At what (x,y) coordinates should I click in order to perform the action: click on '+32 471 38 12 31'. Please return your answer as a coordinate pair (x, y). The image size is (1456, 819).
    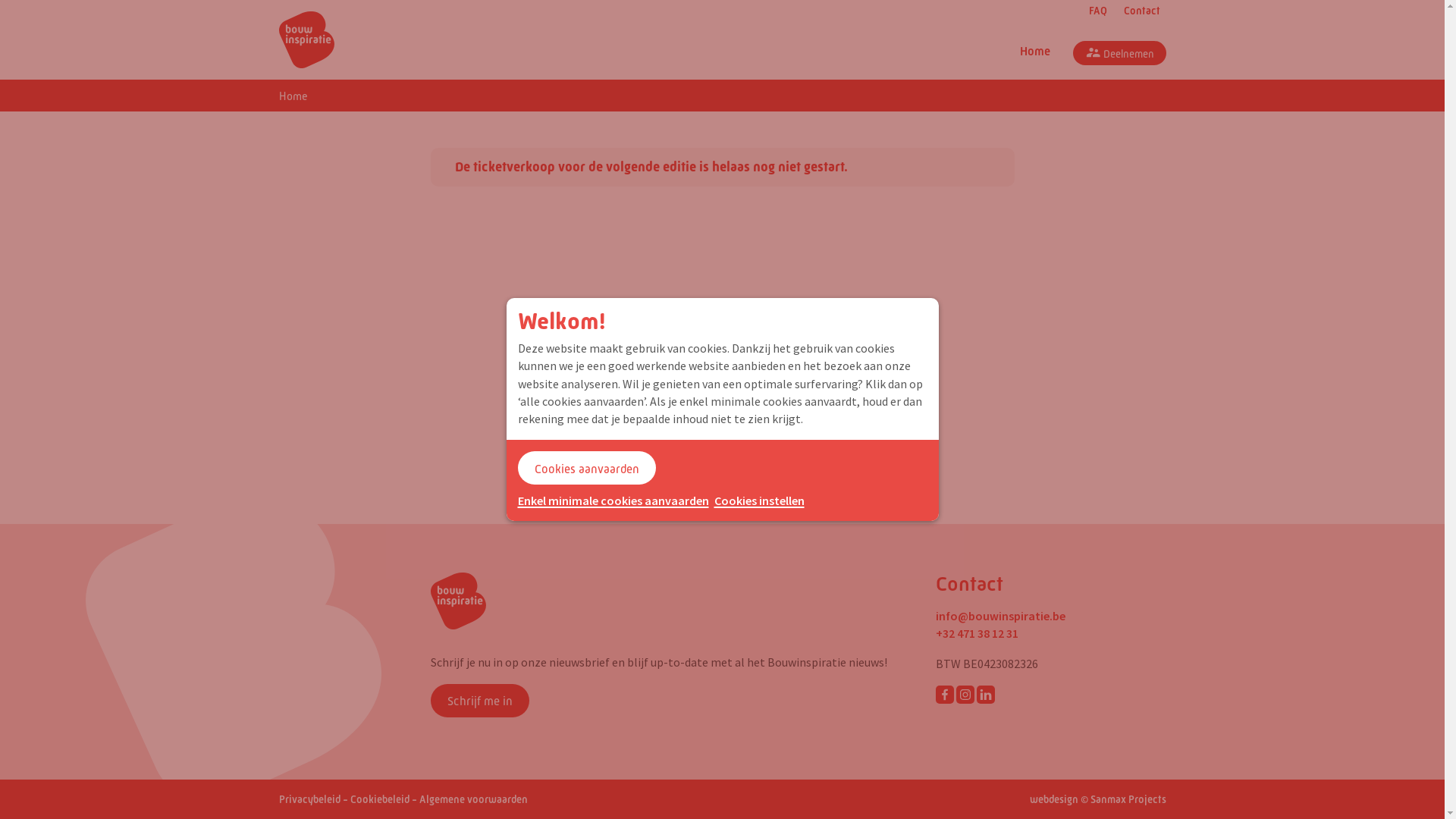
    Looking at the image, I should click on (977, 632).